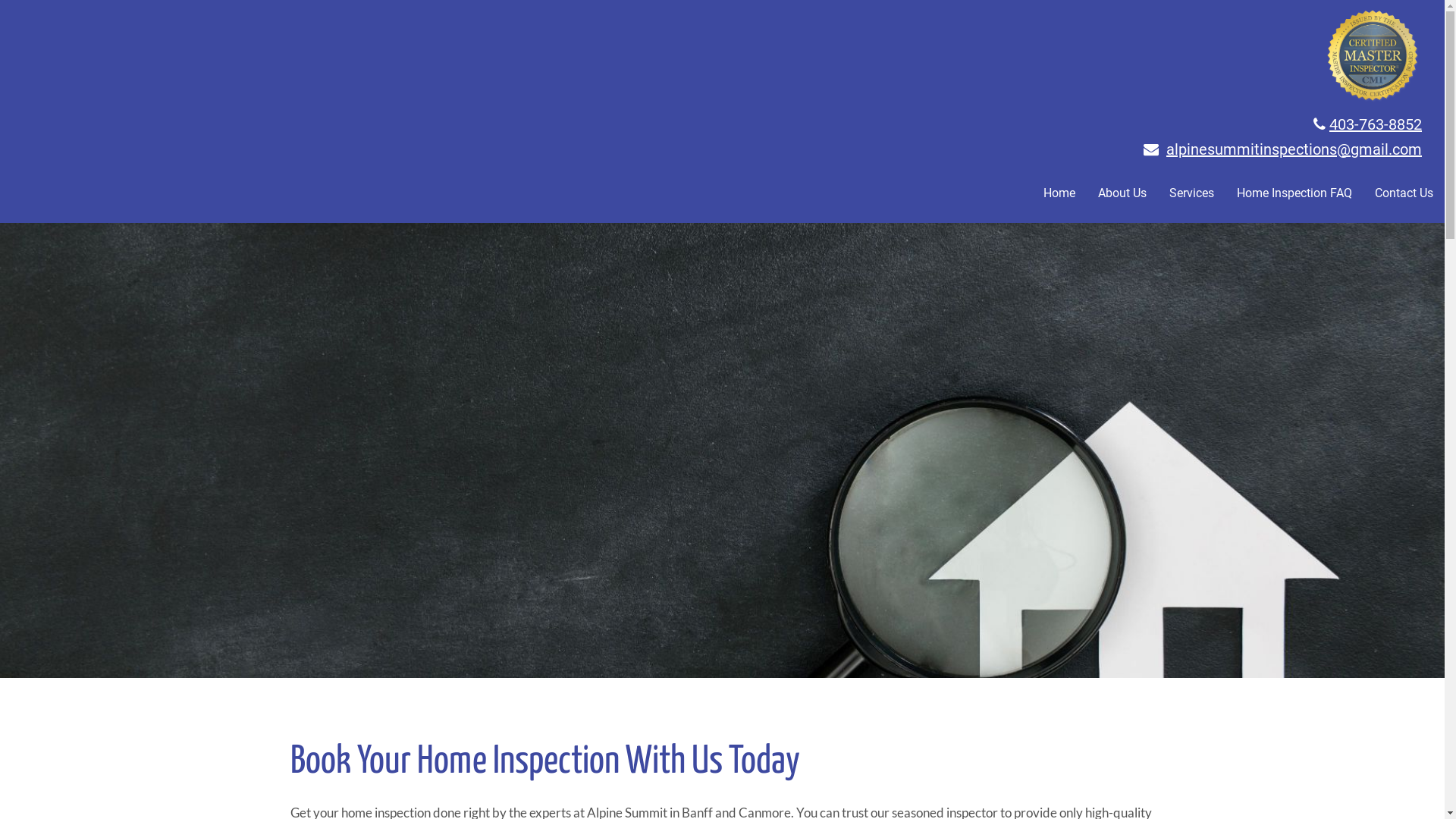 The width and height of the screenshot is (1456, 819). What do you see at coordinates (1375, 193) in the screenshot?
I see `'Contact Us'` at bounding box center [1375, 193].